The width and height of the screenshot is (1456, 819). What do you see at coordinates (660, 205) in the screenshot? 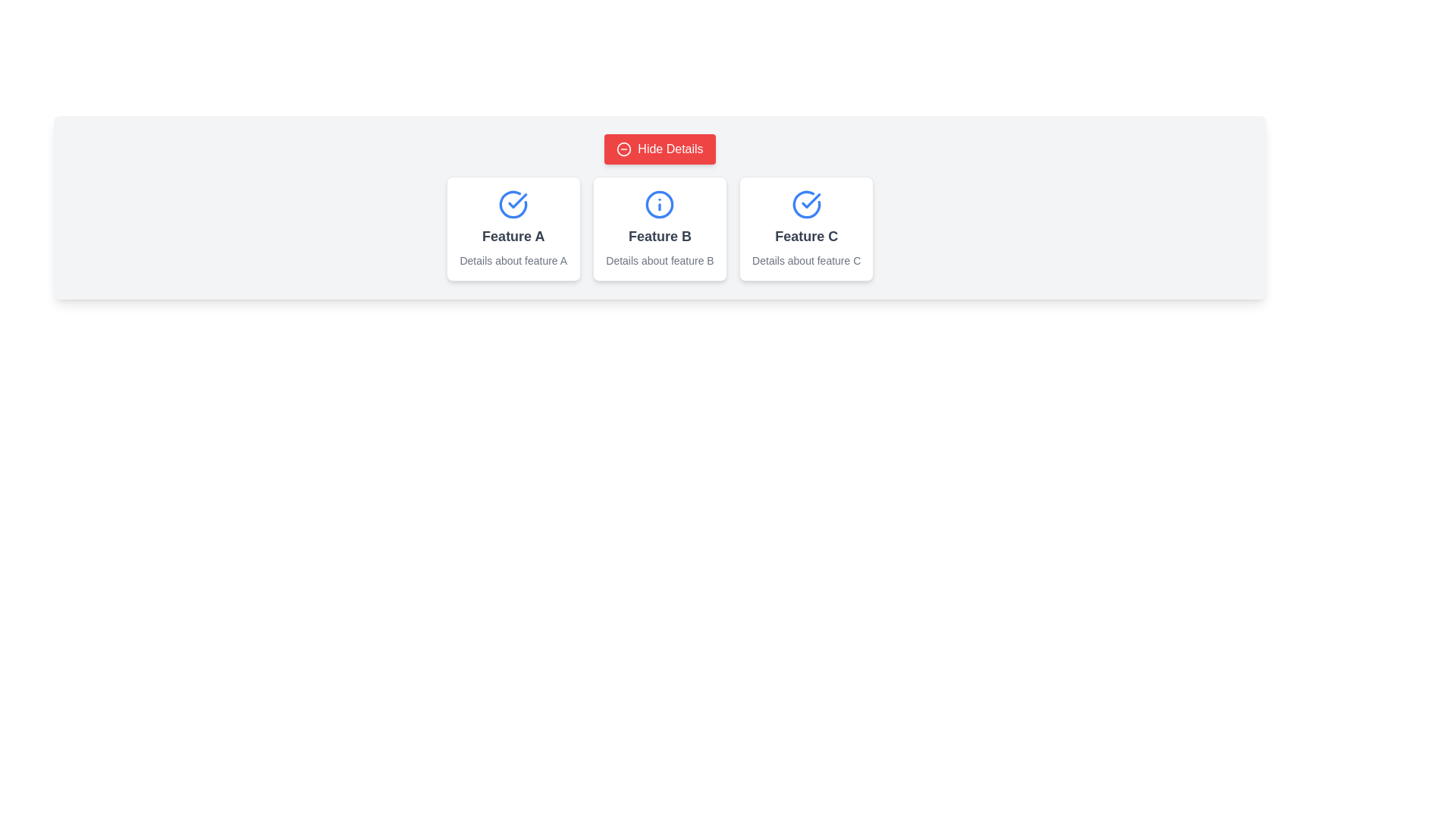
I see `the Informational icon, which is a blue circle with a lowercase 'i' inside, located at the top of the card labeled 'Feature B'` at bounding box center [660, 205].